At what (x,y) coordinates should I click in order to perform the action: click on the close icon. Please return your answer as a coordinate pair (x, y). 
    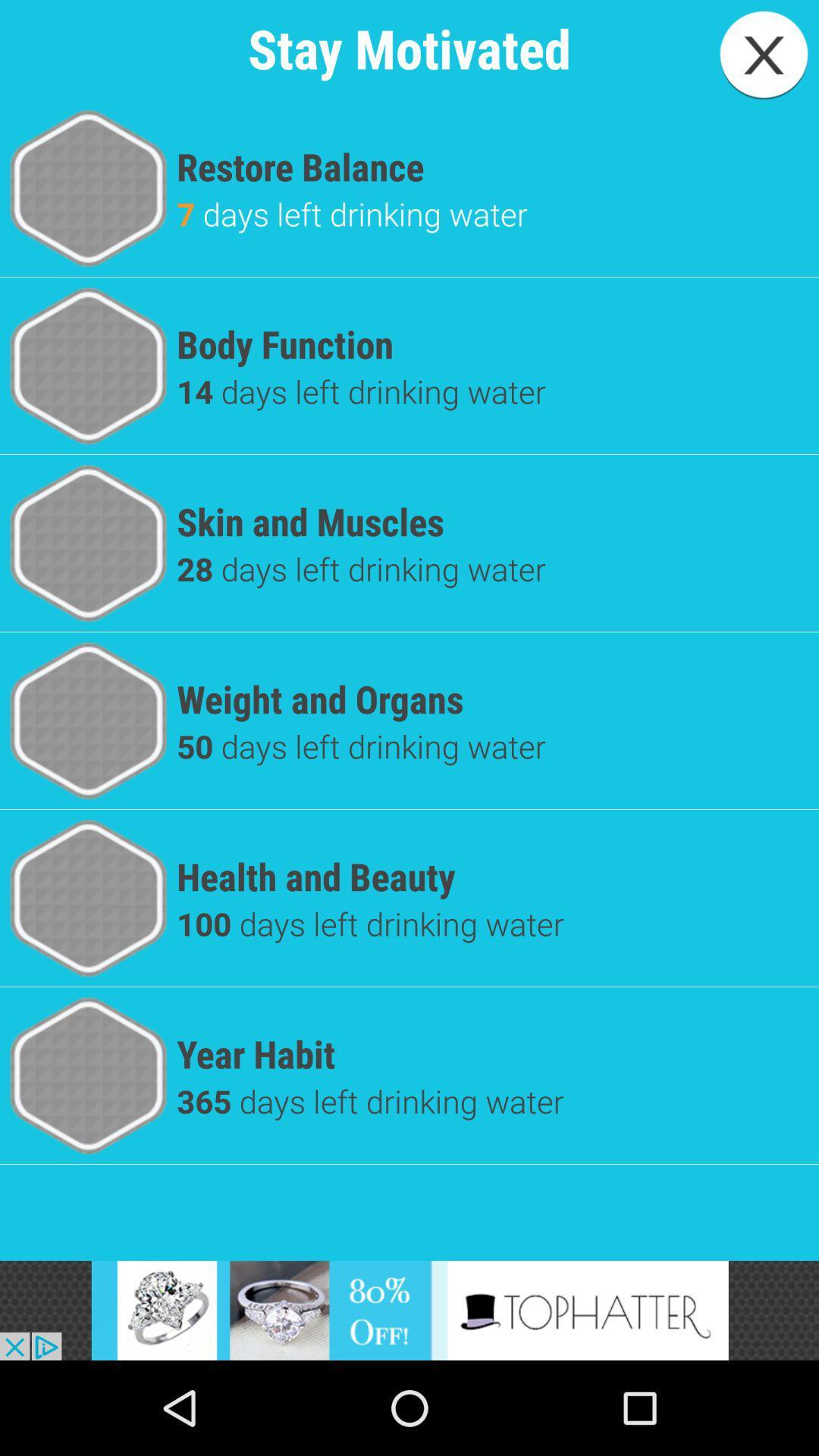
    Looking at the image, I should click on (764, 55).